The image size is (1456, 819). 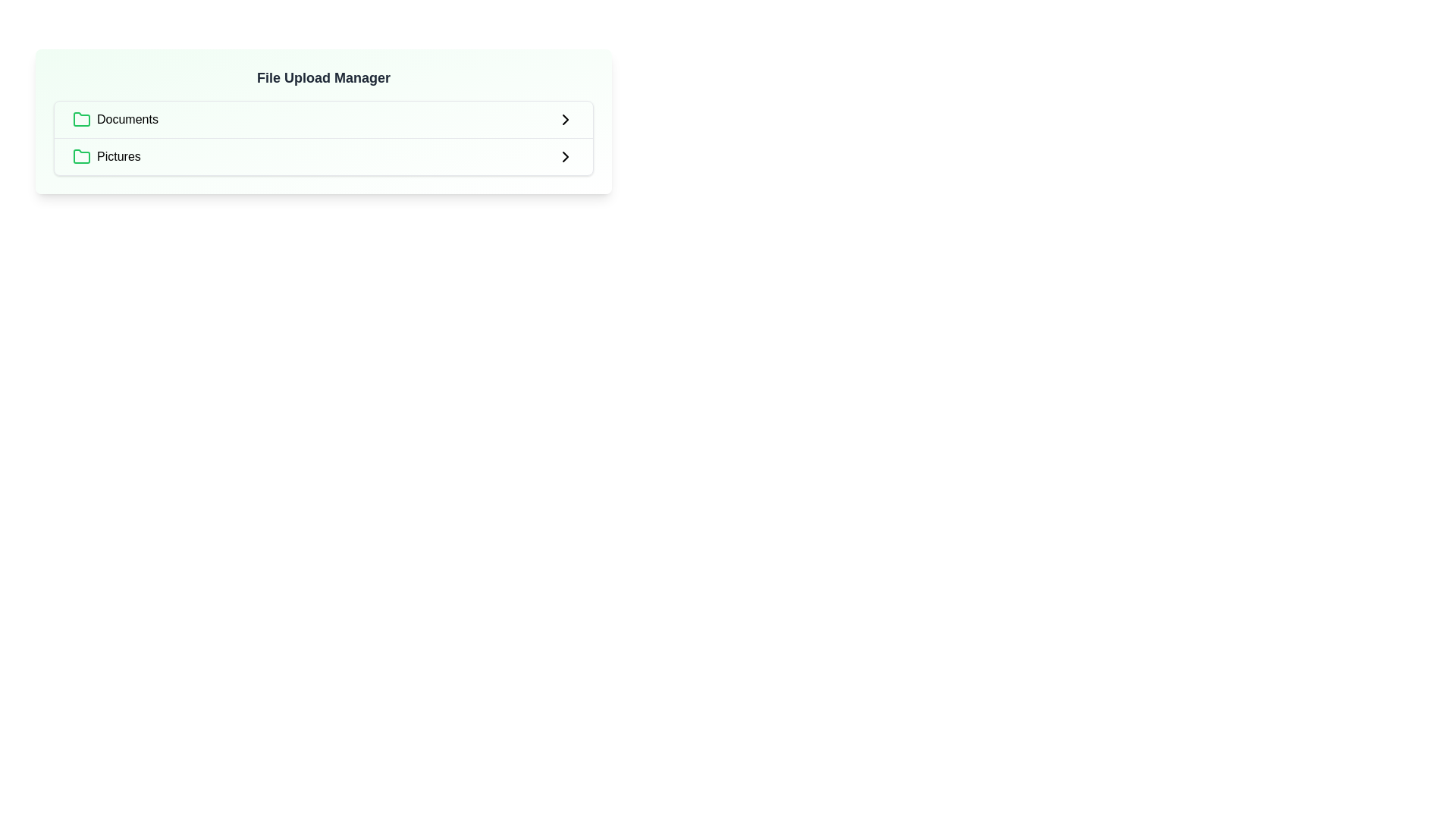 What do you see at coordinates (564, 119) in the screenshot?
I see `the rightward-facing chevron icon located at the far right of the 'Documents' list entry` at bounding box center [564, 119].